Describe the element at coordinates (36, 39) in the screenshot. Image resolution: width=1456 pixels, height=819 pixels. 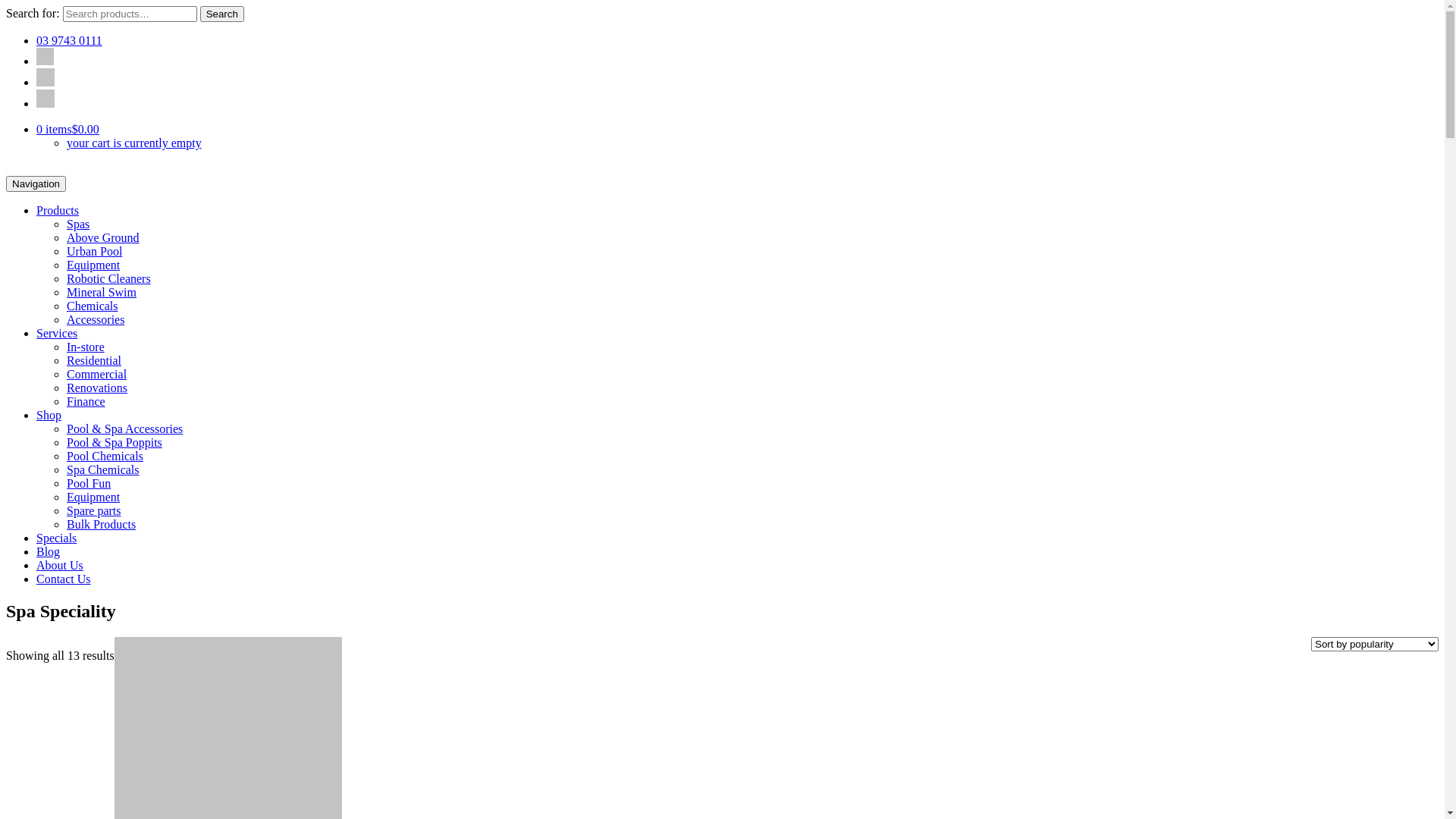
I see `'03 9743 0111'` at that location.